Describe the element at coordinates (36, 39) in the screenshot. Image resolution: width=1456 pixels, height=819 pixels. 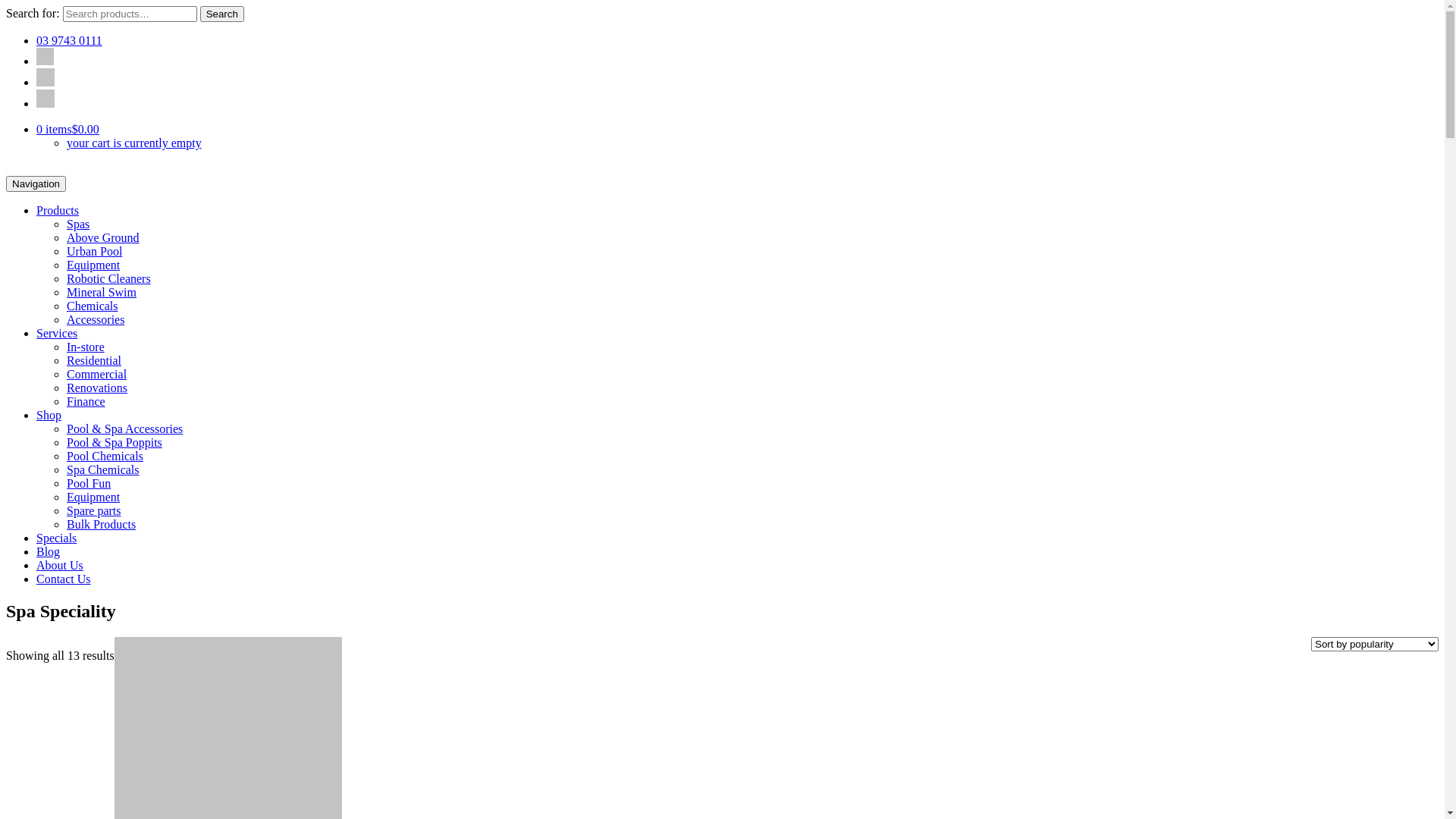
I see `'03 9743 0111'` at that location.